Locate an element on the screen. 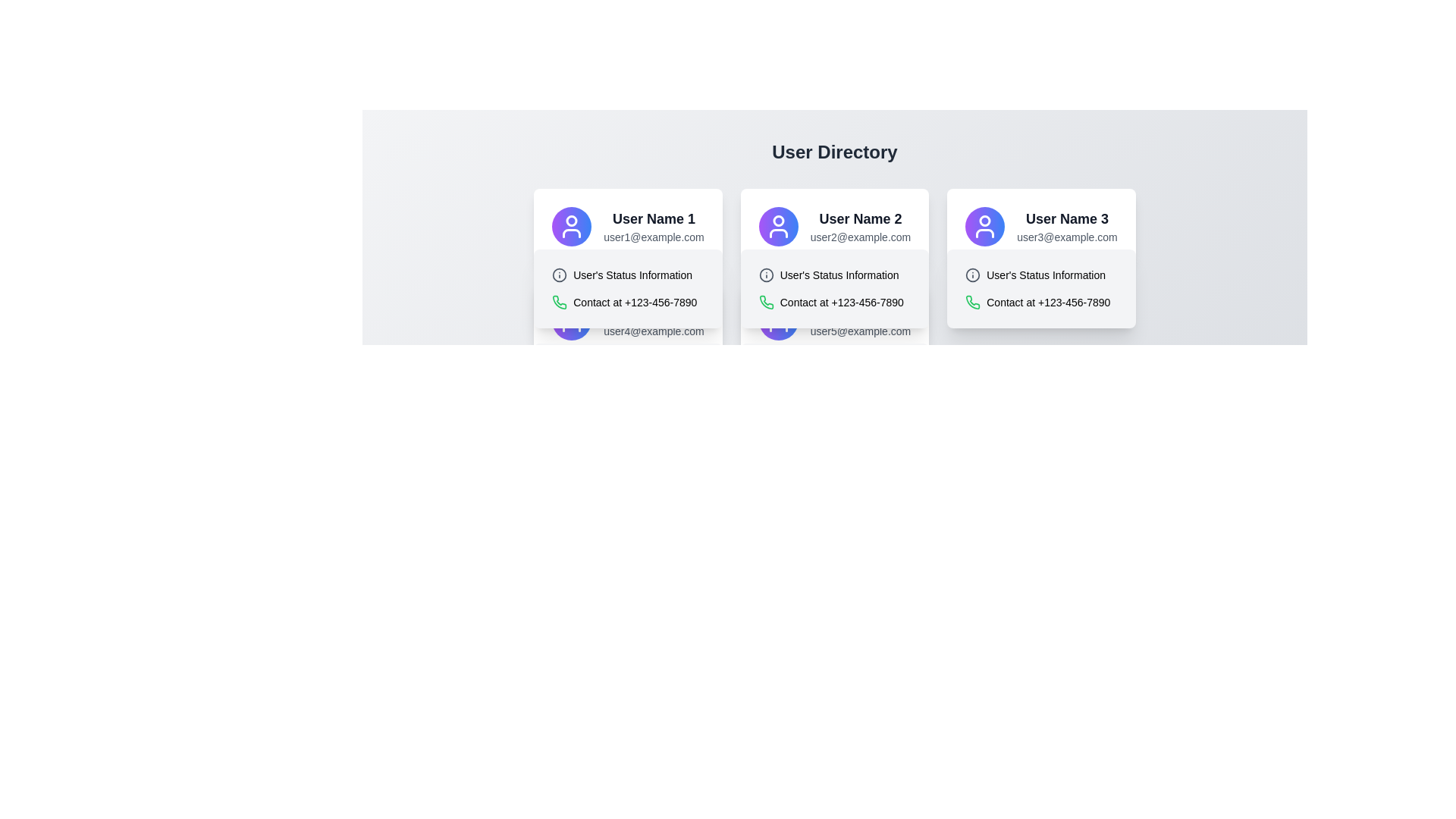 This screenshot has height=819, width=1456. the user's profile picture SVG icon located at the top left card among three horizontally displayed cards, centered horizontally in the top section of the card is located at coordinates (571, 227).